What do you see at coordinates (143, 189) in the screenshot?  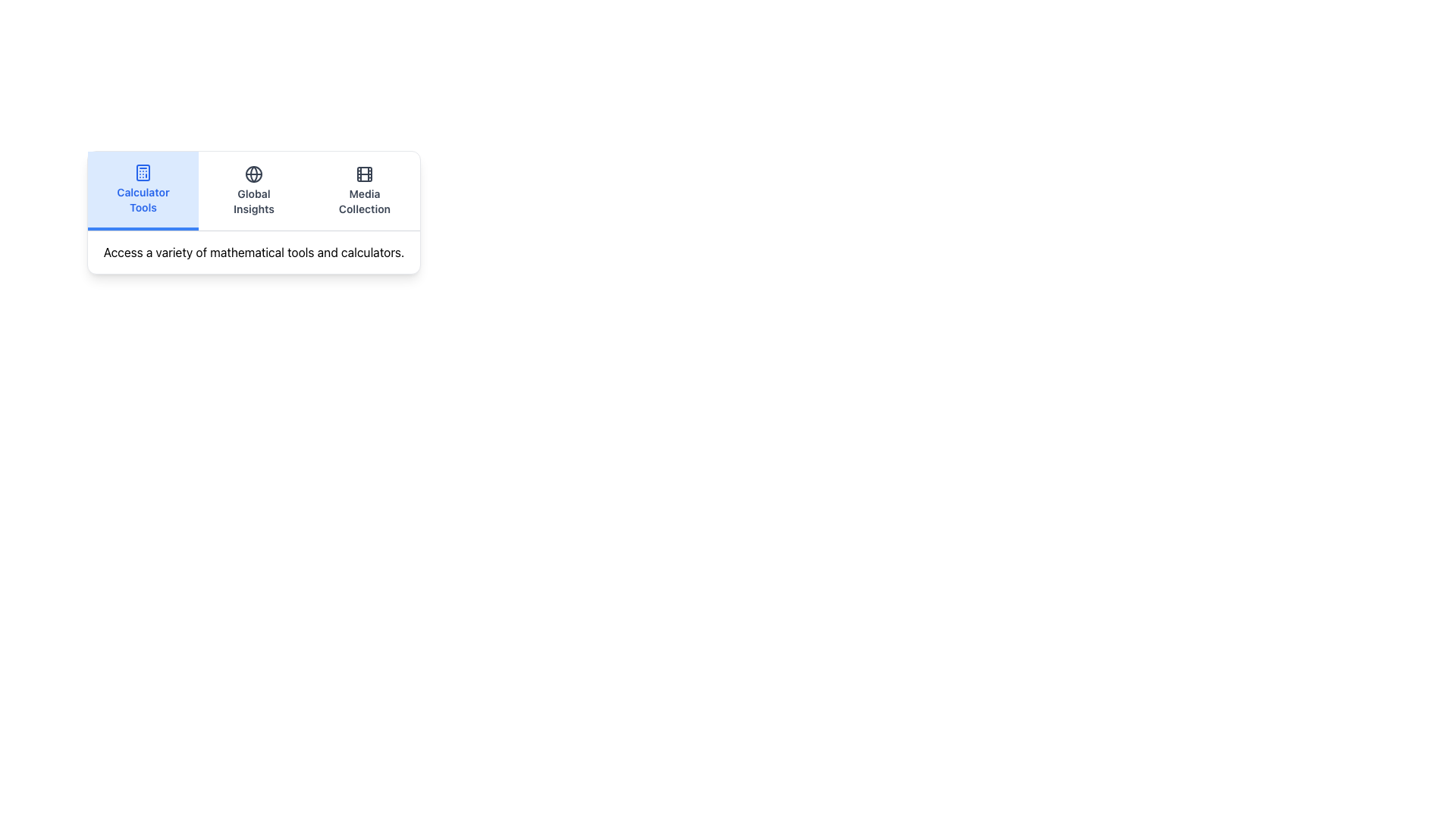 I see `the first clickable item with an icon and label in the navigation row` at bounding box center [143, 189].